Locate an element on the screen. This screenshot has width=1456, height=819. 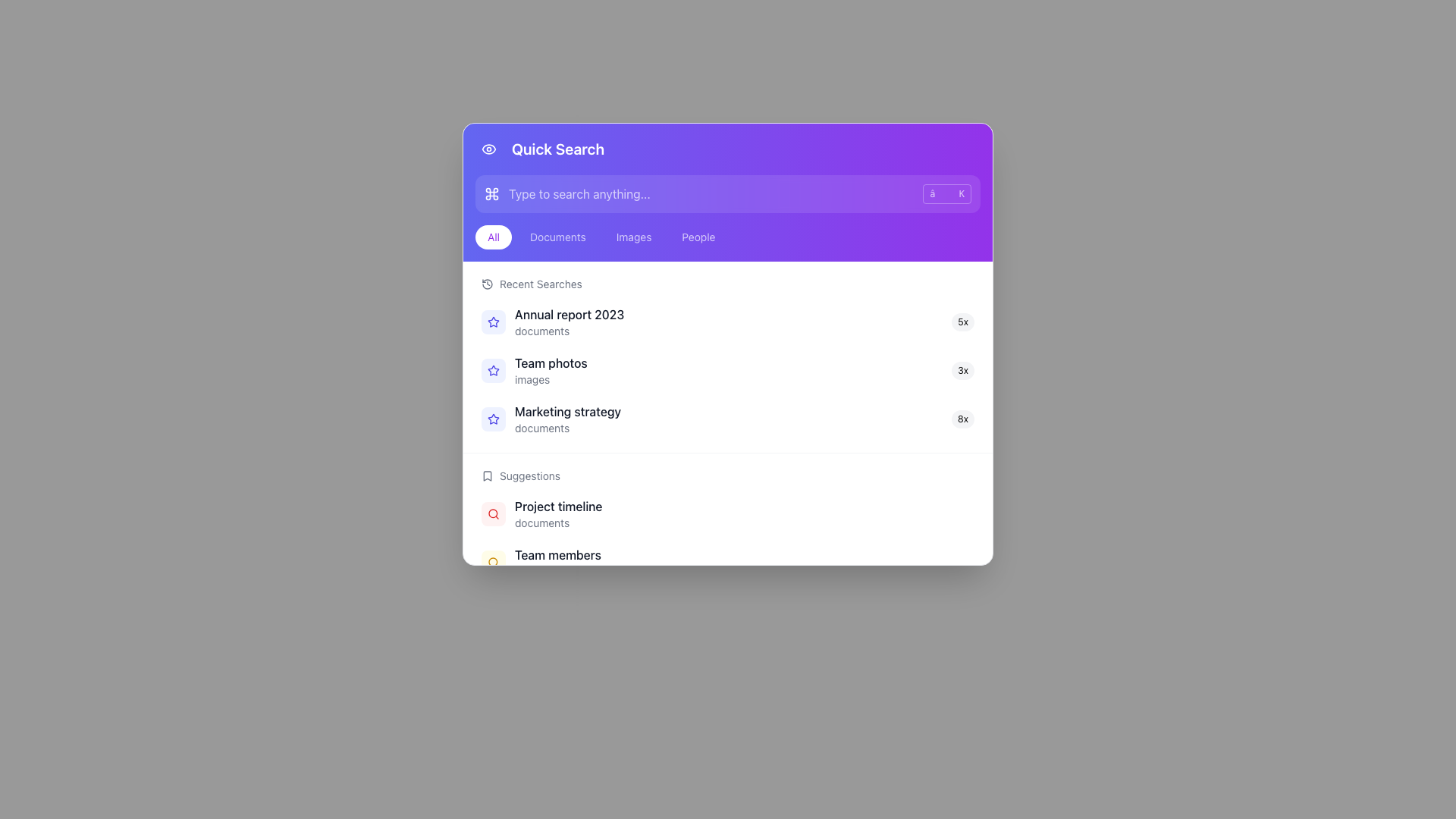
the inner circular part of the search icon, which visually represents the search functionality of the application is located at coordinates (493, 513).